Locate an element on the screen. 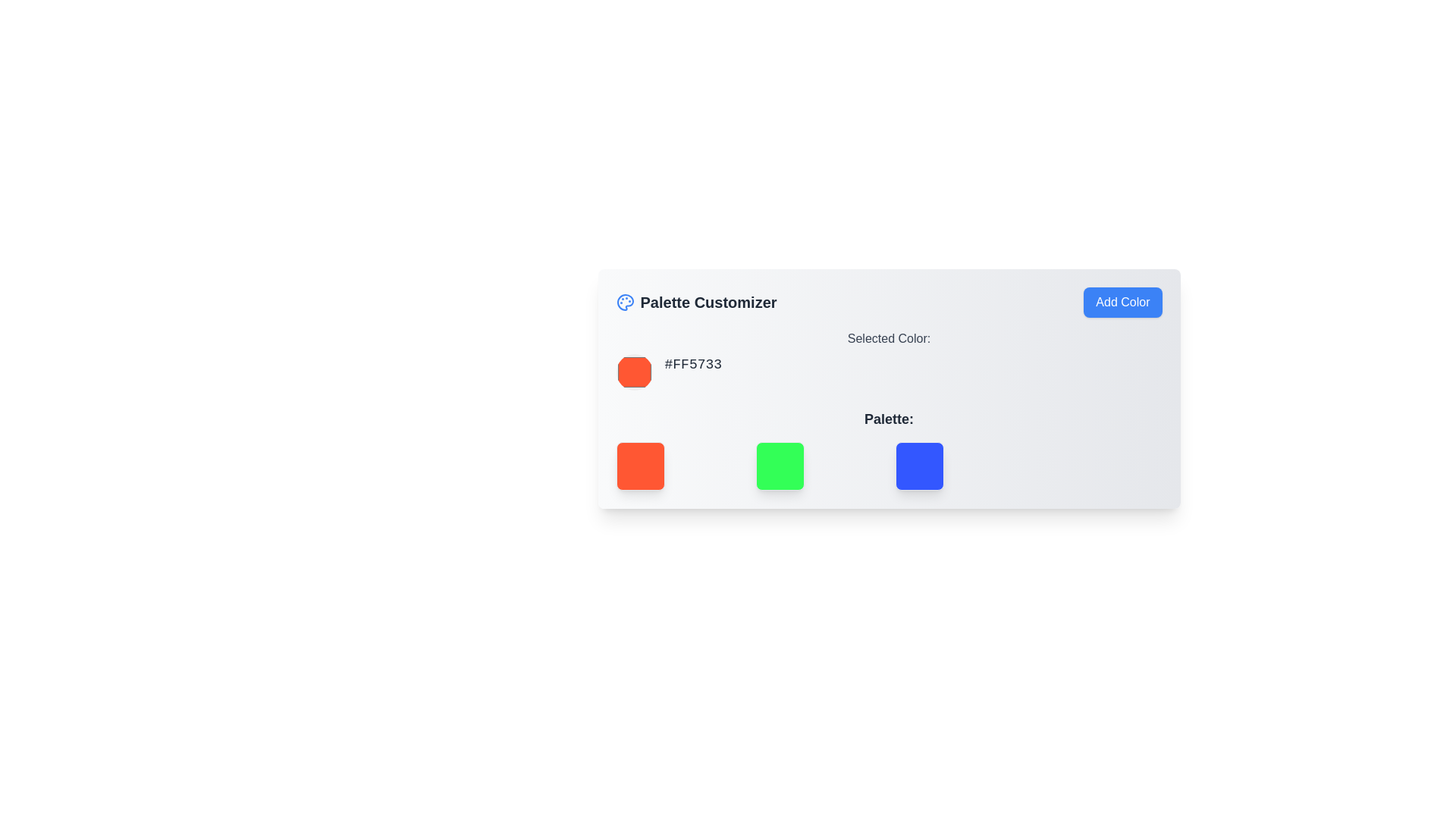 This screenshot has width=1456, height=819. text label 'Palette:' which is a bold, larger-sized, dark gray font located at the center-bottom of the interface above the colored squares is located at coordinates (889, 419).